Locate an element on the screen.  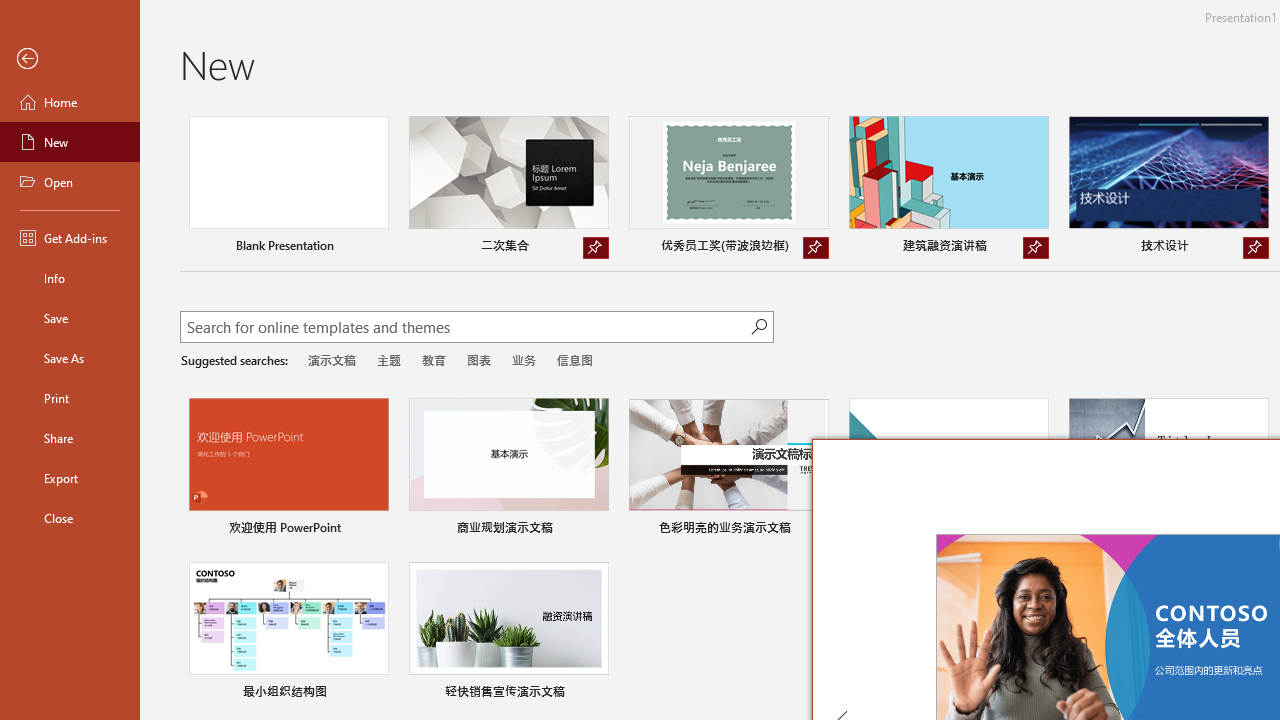
'Save As' is located at coordinates (69, 356).